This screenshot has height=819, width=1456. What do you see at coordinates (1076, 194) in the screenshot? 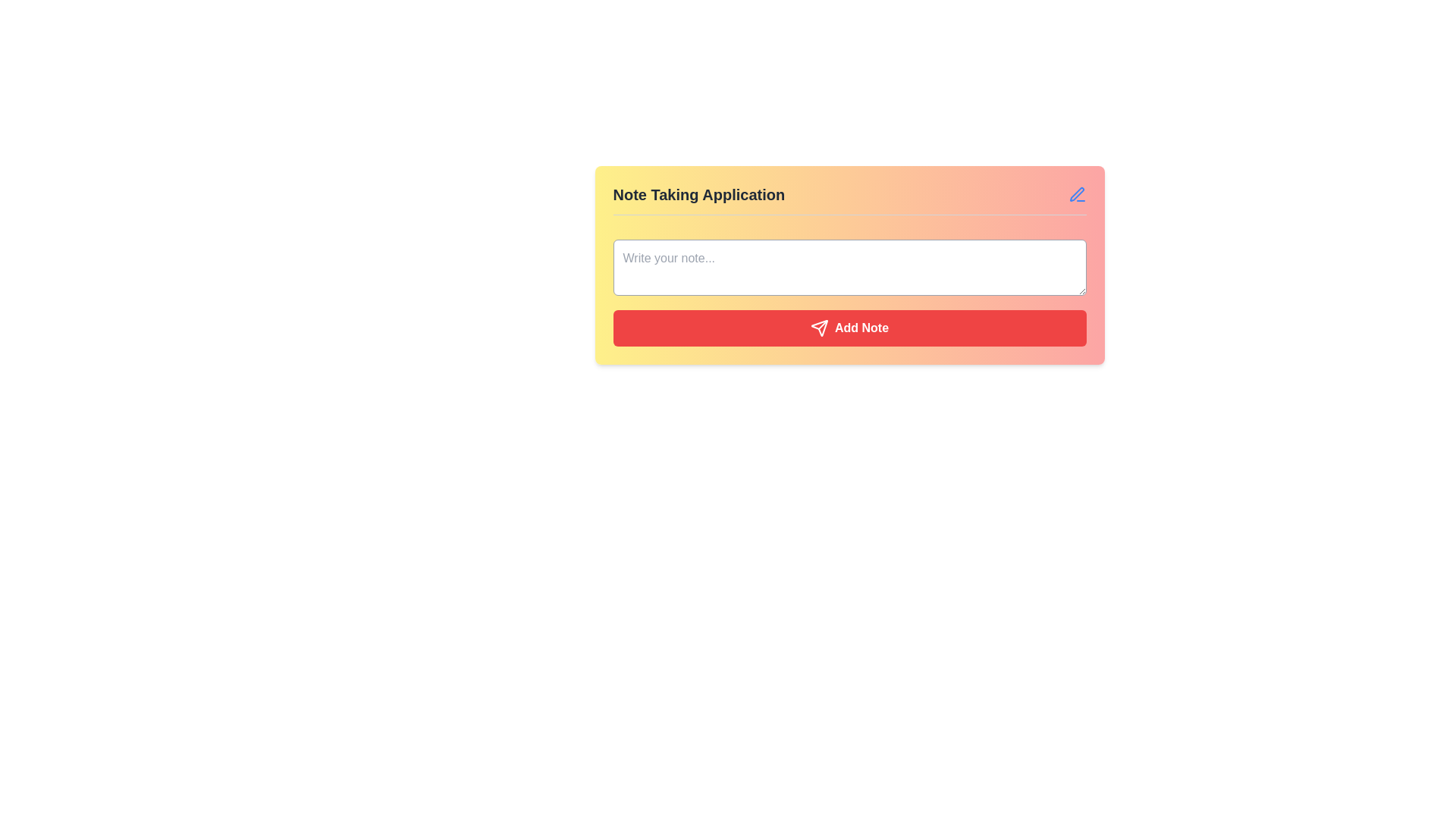
I see `the pen icon in the top-right corner of the note-taking panel` at bounding box center [1076, 194].